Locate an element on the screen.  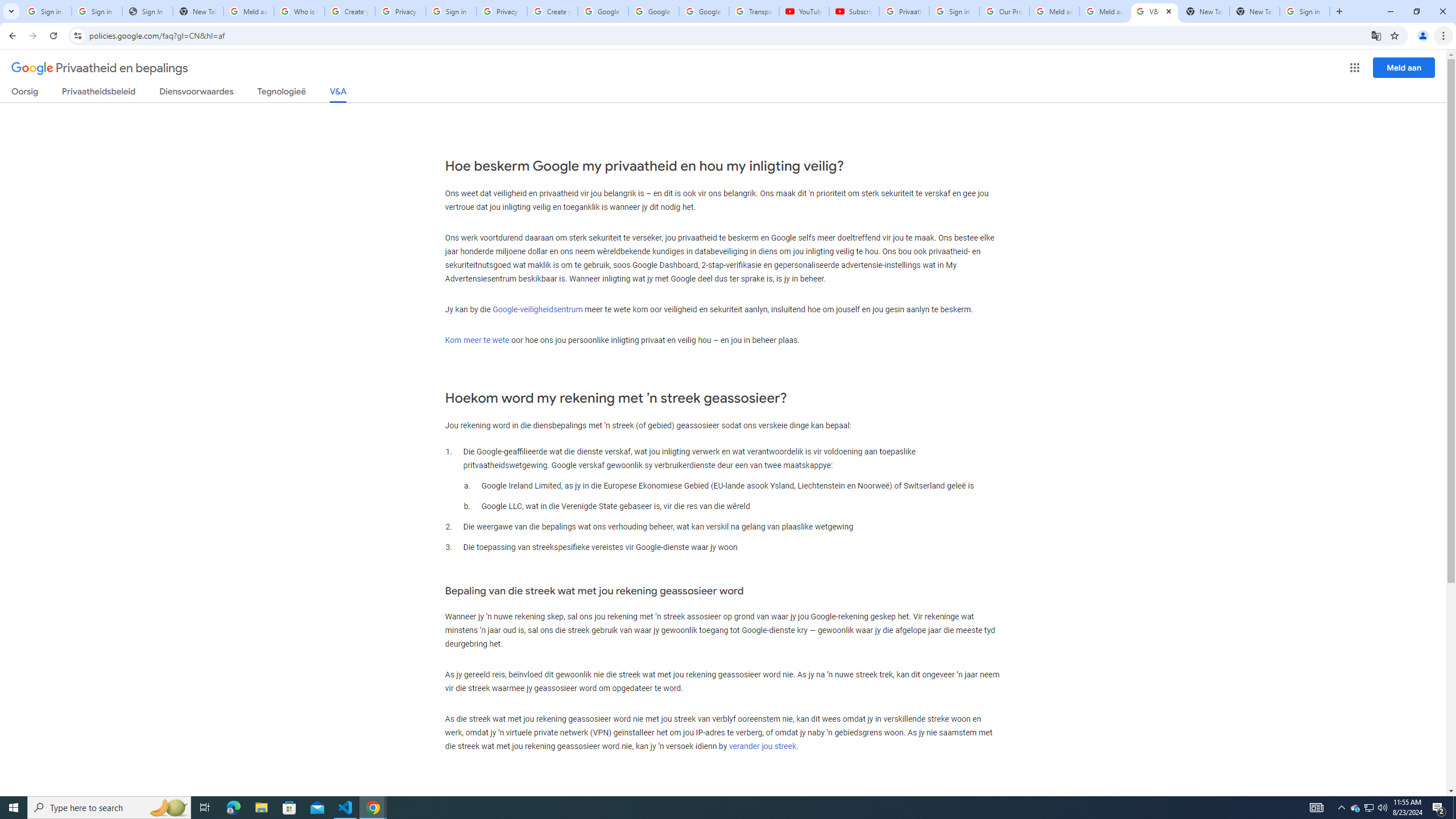
'YouTube' is located at coordinates (804, 11).